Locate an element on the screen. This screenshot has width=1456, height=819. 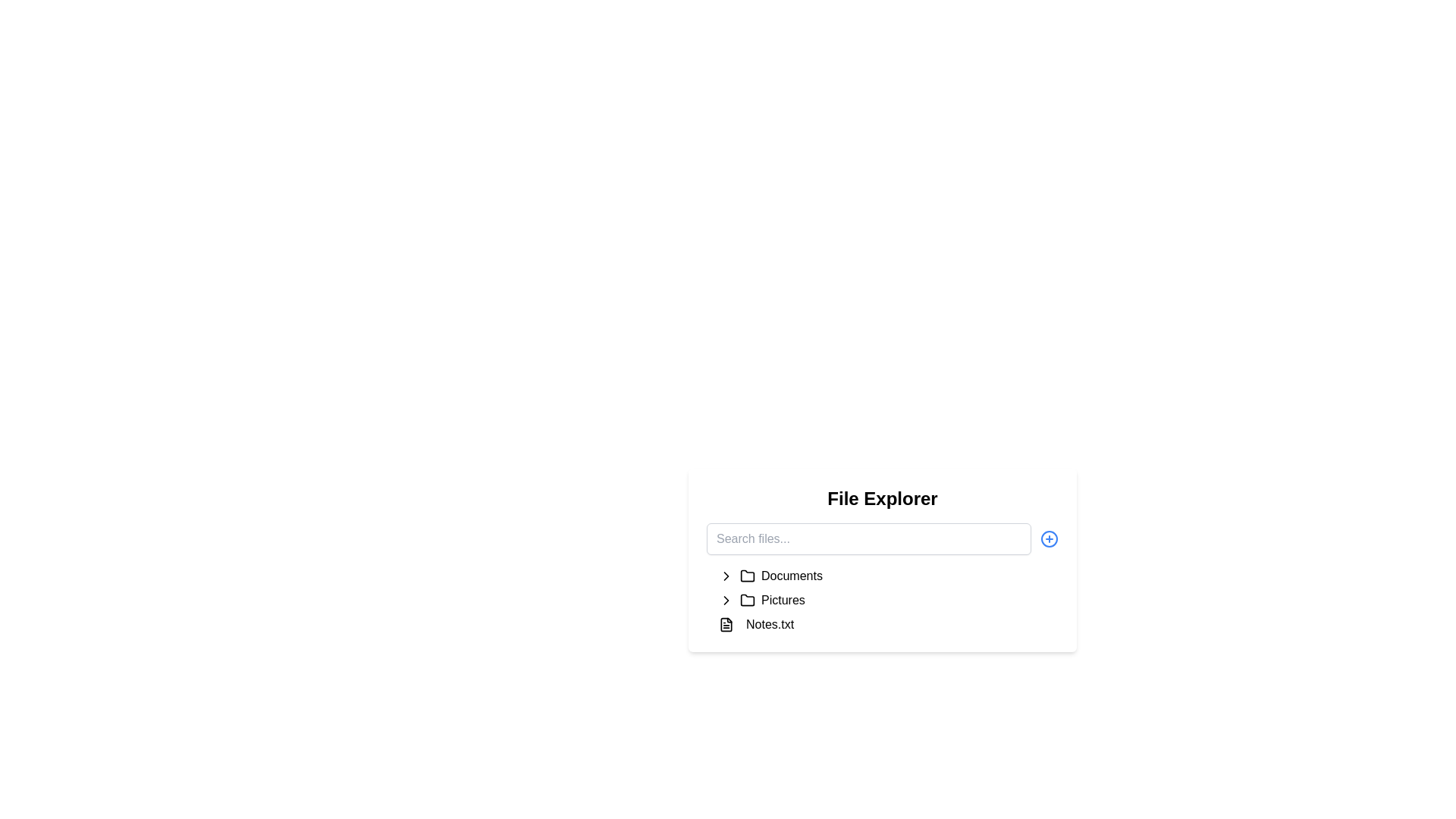
the 'Notes.txt' file is located at coordinates (888, 625).